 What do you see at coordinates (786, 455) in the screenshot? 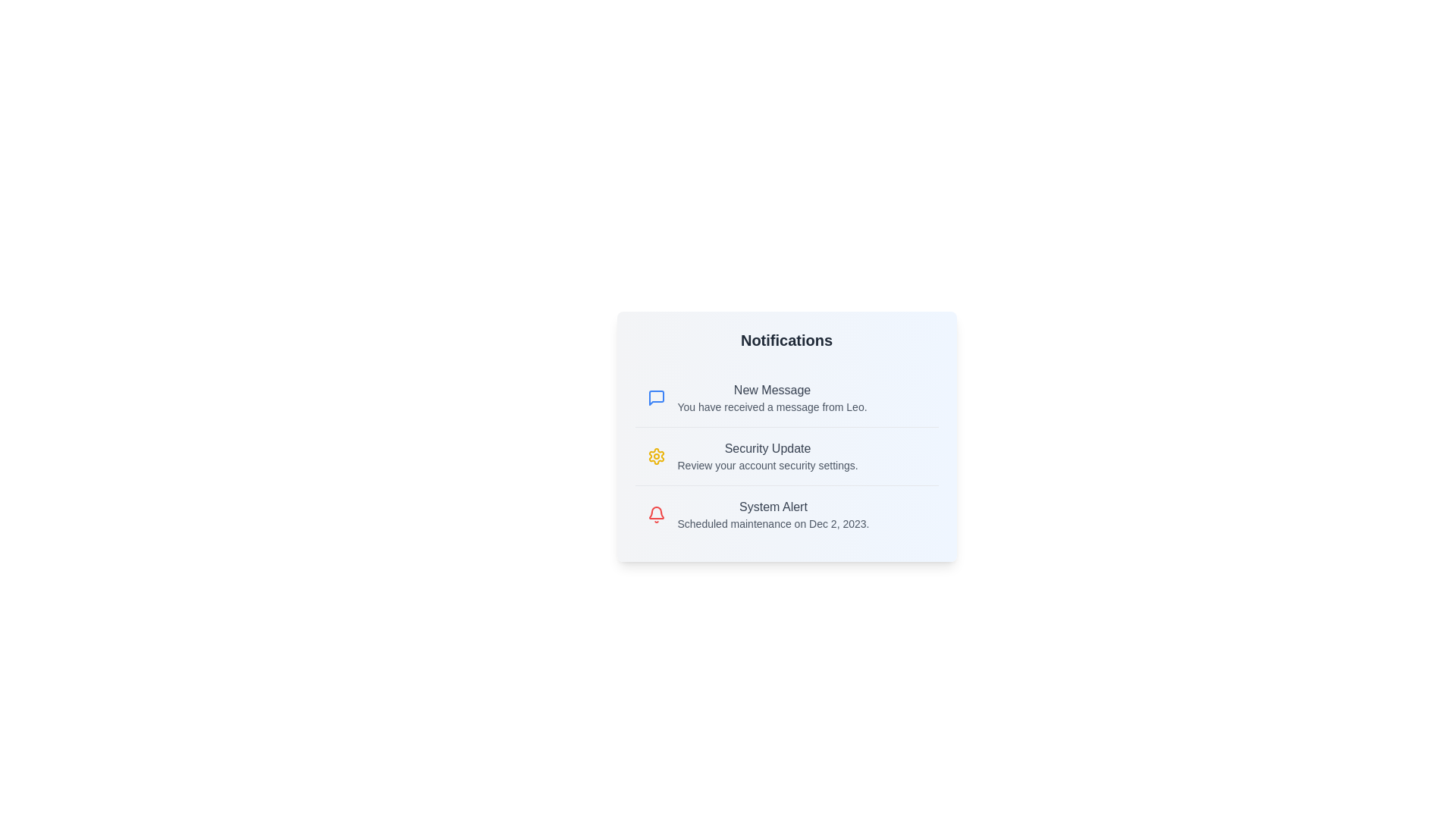
I see `the notification titled 'Security Update' to view its details` at bounding box center [786, 455].